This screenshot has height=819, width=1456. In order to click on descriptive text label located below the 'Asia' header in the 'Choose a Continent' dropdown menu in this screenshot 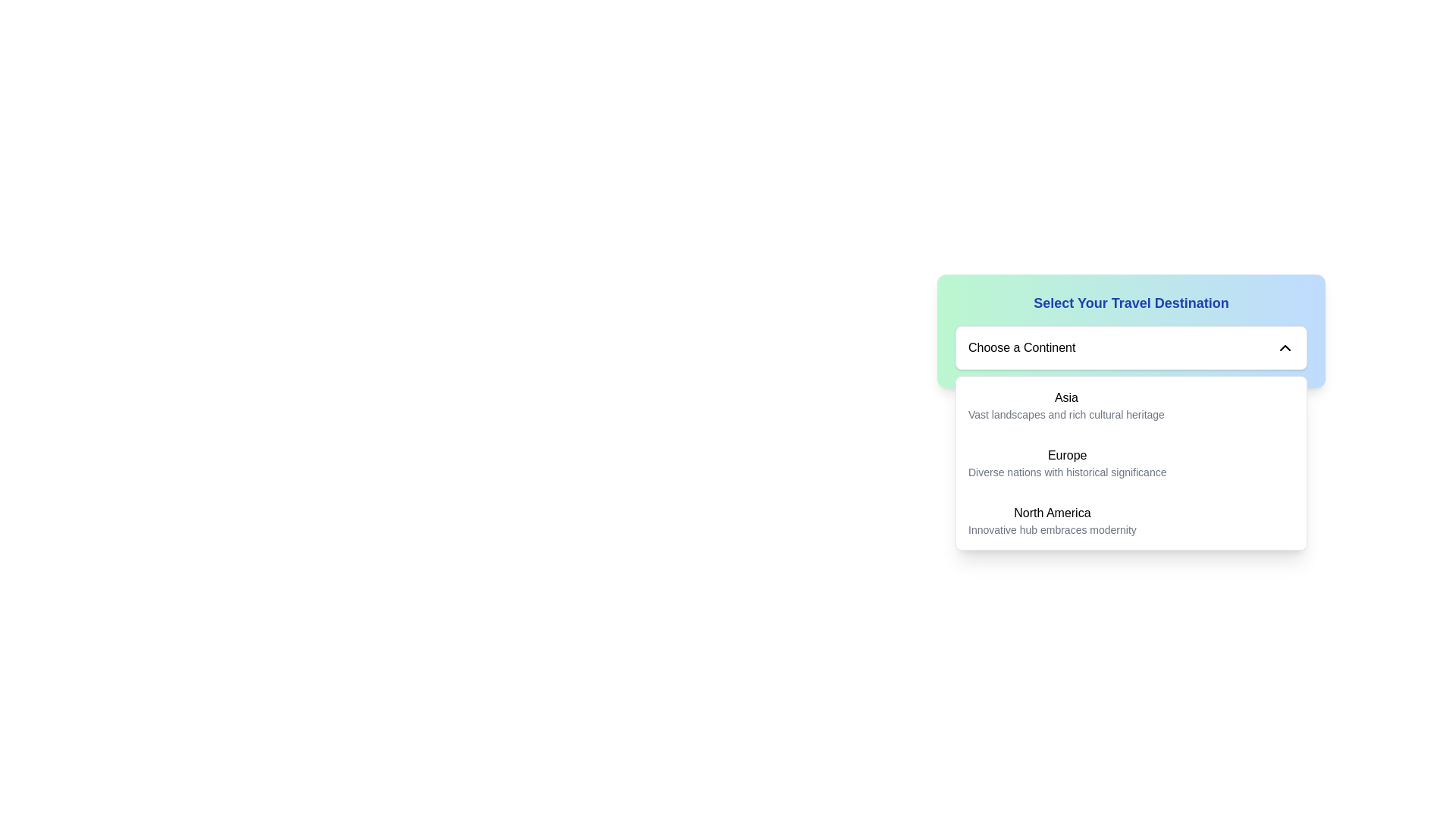, I will do `click(1065, 415)`.